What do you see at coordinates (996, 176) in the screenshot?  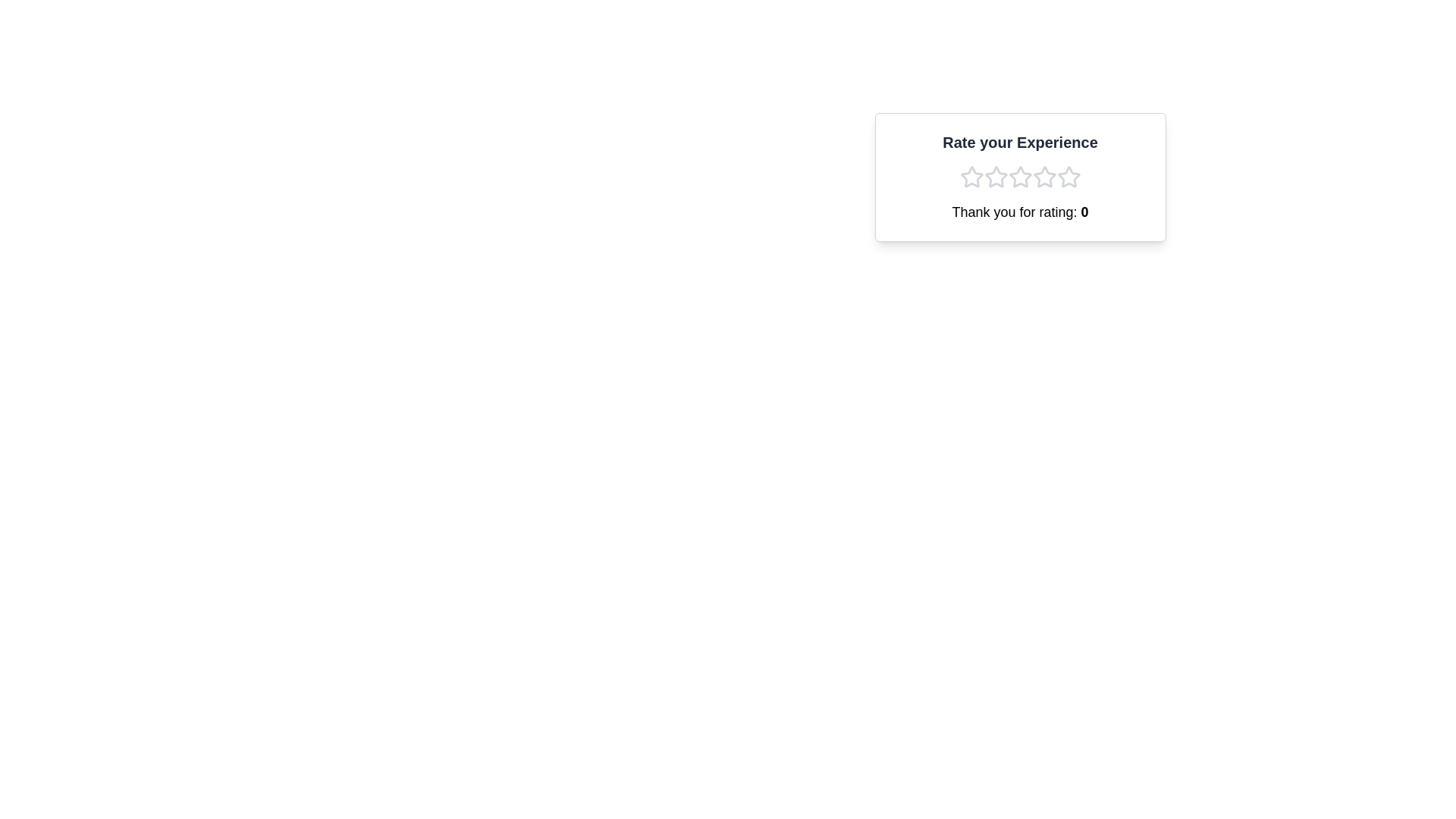 I see `the first star icon in the rating system to assign a rating, located in the card with the text 'Rate your Experience'` at bounding box center [996, 176].